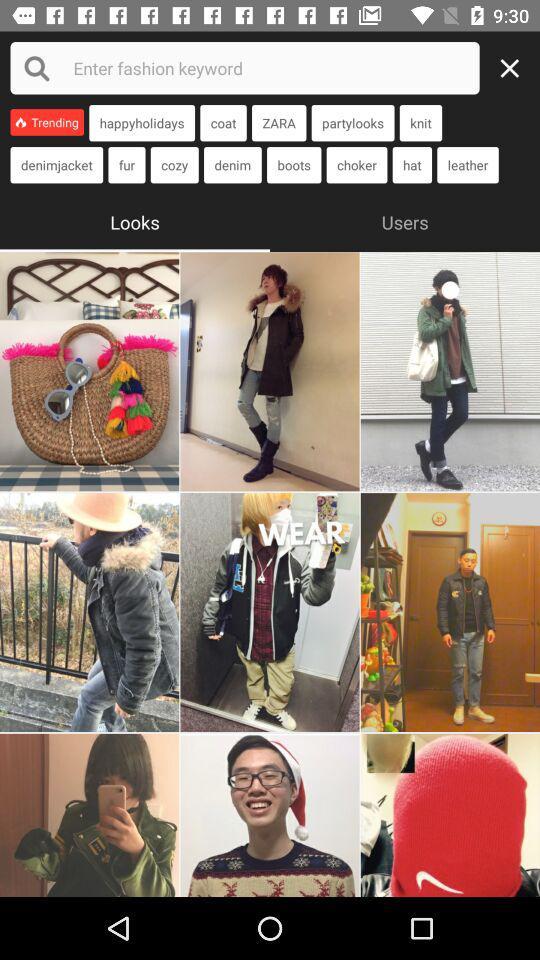 Image resolution: width=540 pixels, height=960 pixels. I want to click on outfit, so click(270, 815).